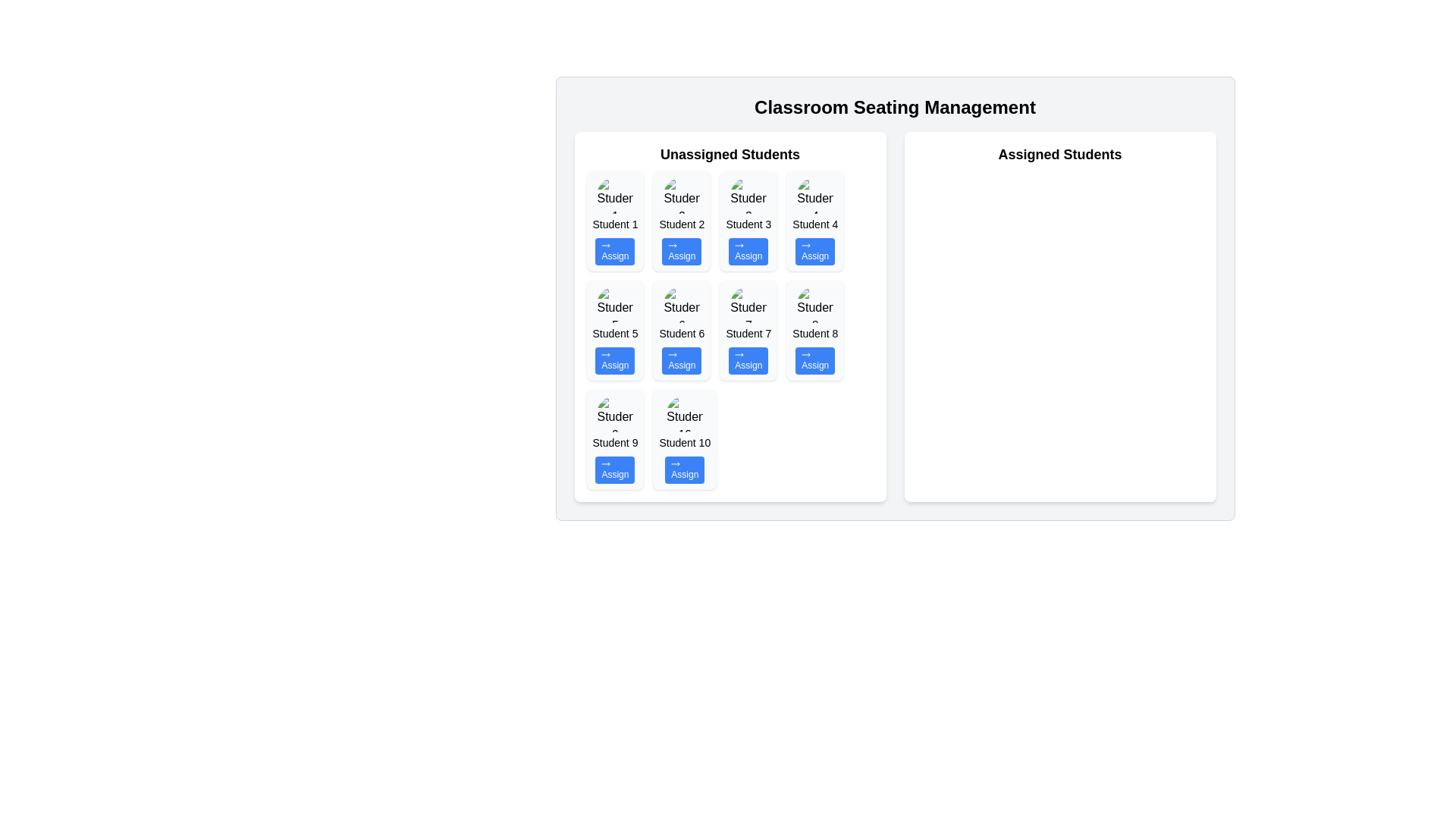  I want to click on the circular profile image showing the placeholder text 'Stu 9' located at the top of the ninth card in the 'Unassigned Students' section for identification, so click(615, 414).